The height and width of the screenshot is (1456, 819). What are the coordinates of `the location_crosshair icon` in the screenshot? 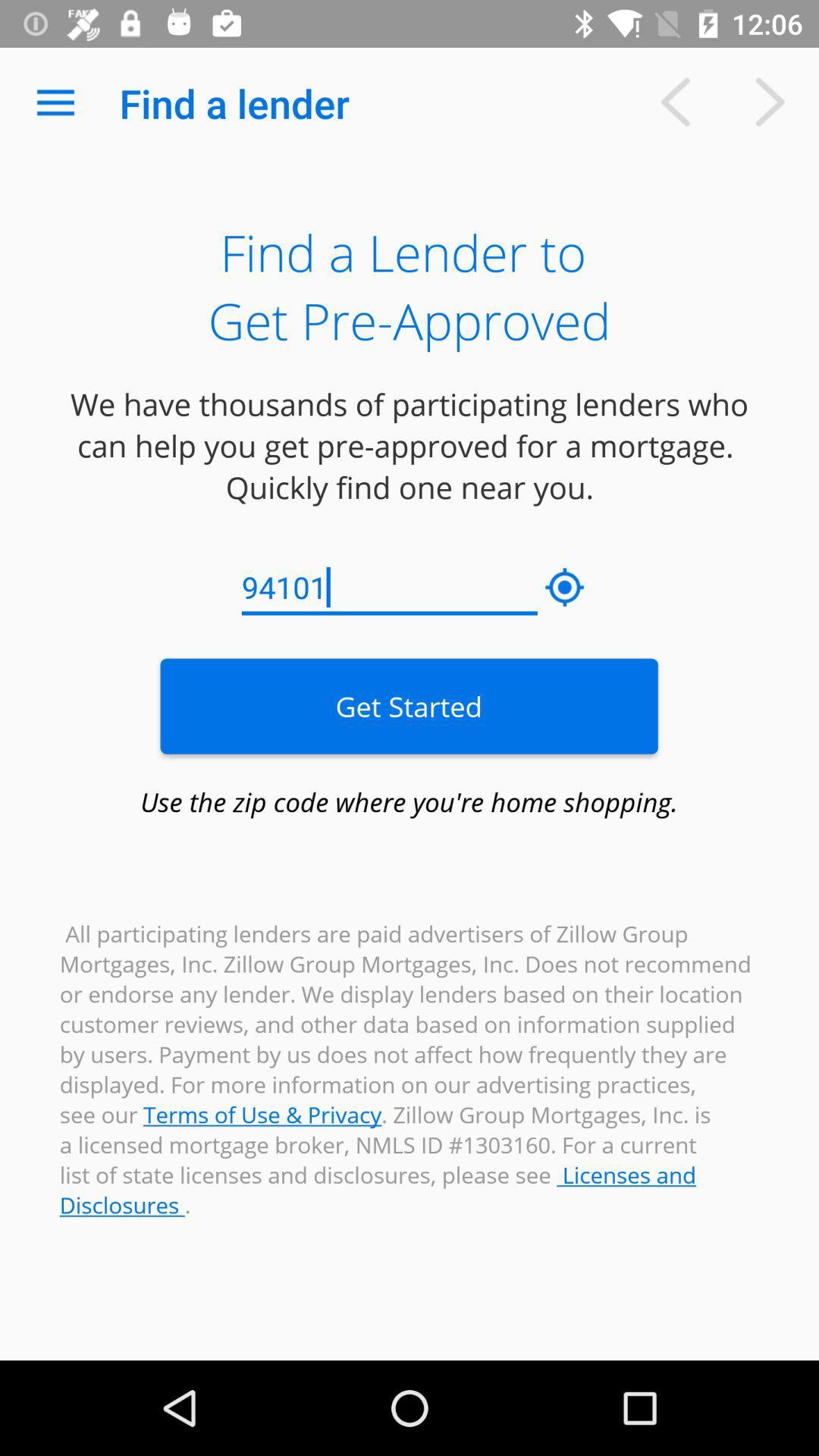 It's located at (565, 587).